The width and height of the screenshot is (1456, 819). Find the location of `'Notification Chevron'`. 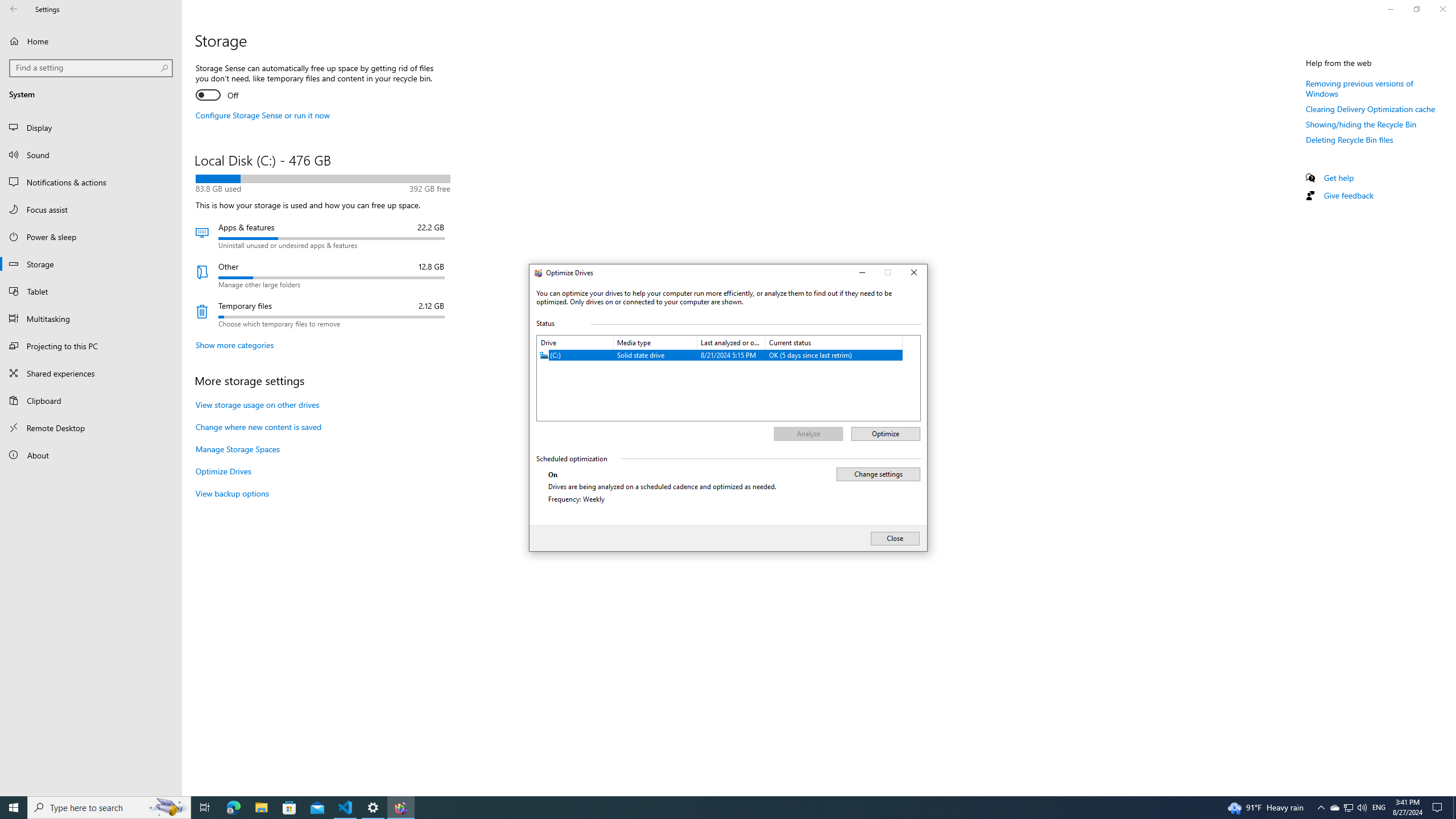

'Notification Chevron' is located at coordinates (1321, 806).